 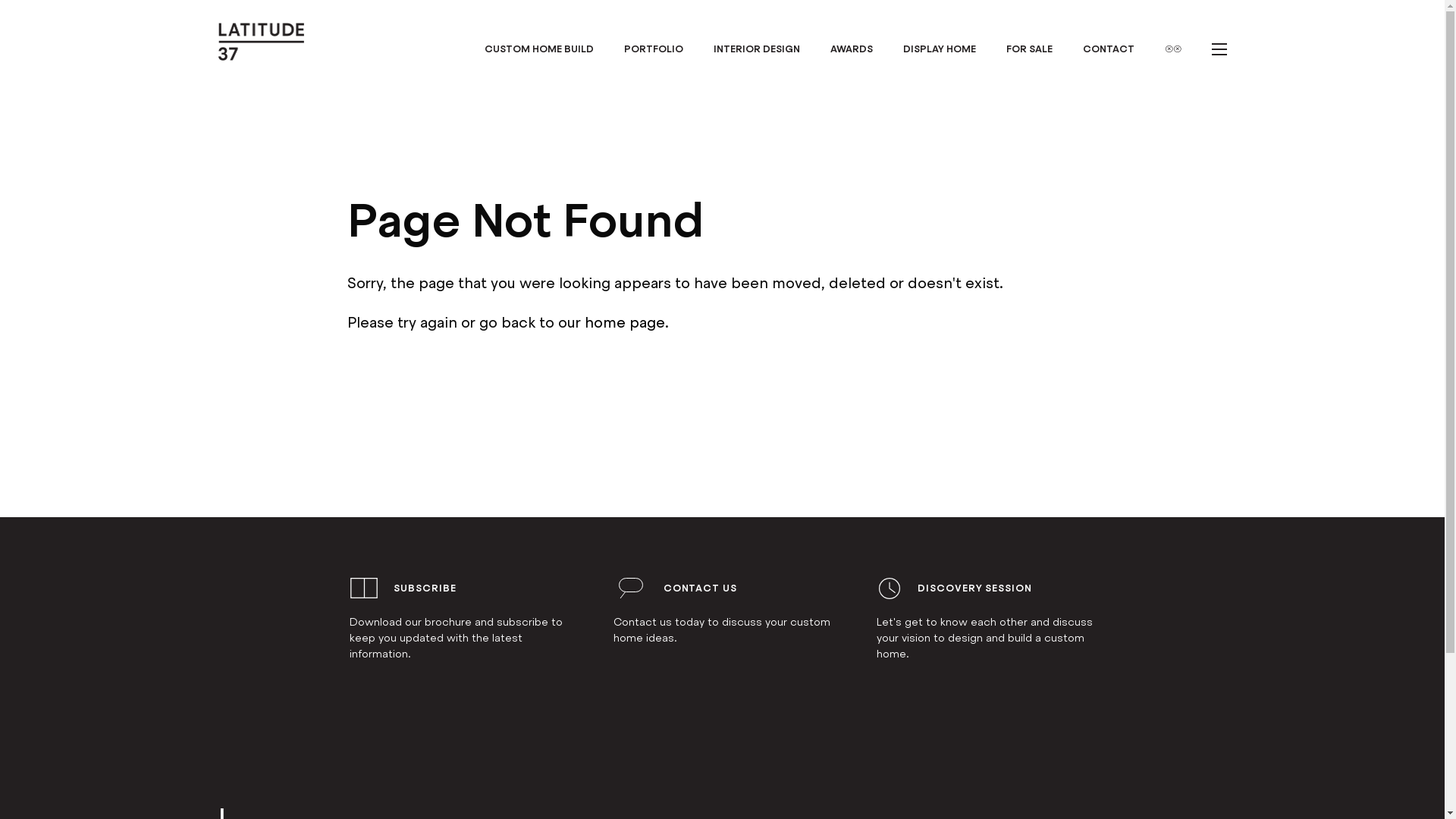 I want to click on 'FOR SALE', so click(x=1005, y=49).